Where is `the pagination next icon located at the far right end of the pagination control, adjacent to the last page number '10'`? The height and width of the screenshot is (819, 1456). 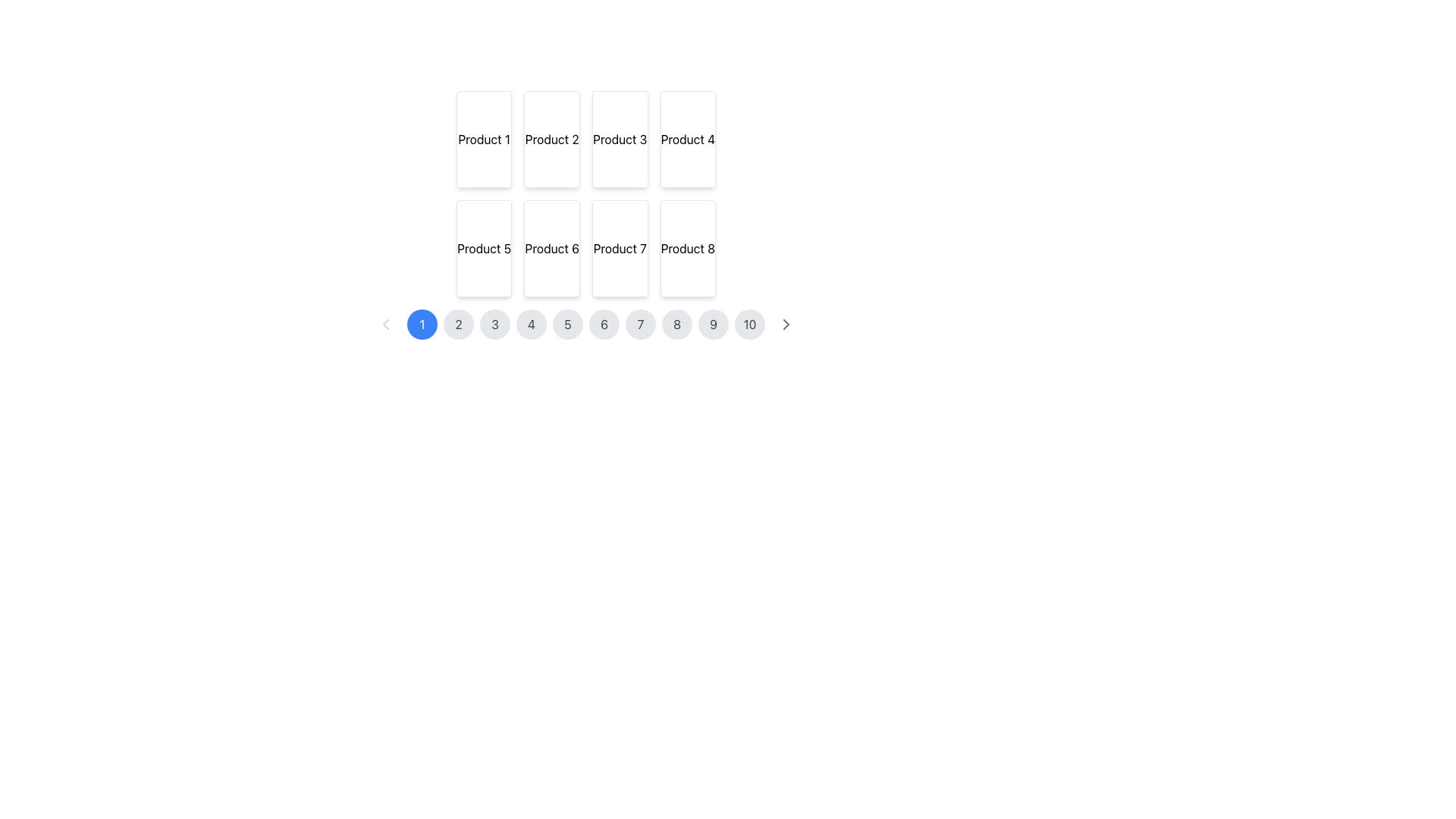 the pagination next icon located at the far right end of the pagination control, adjacent to the last page number '10' is located at coordinates (786, 324).